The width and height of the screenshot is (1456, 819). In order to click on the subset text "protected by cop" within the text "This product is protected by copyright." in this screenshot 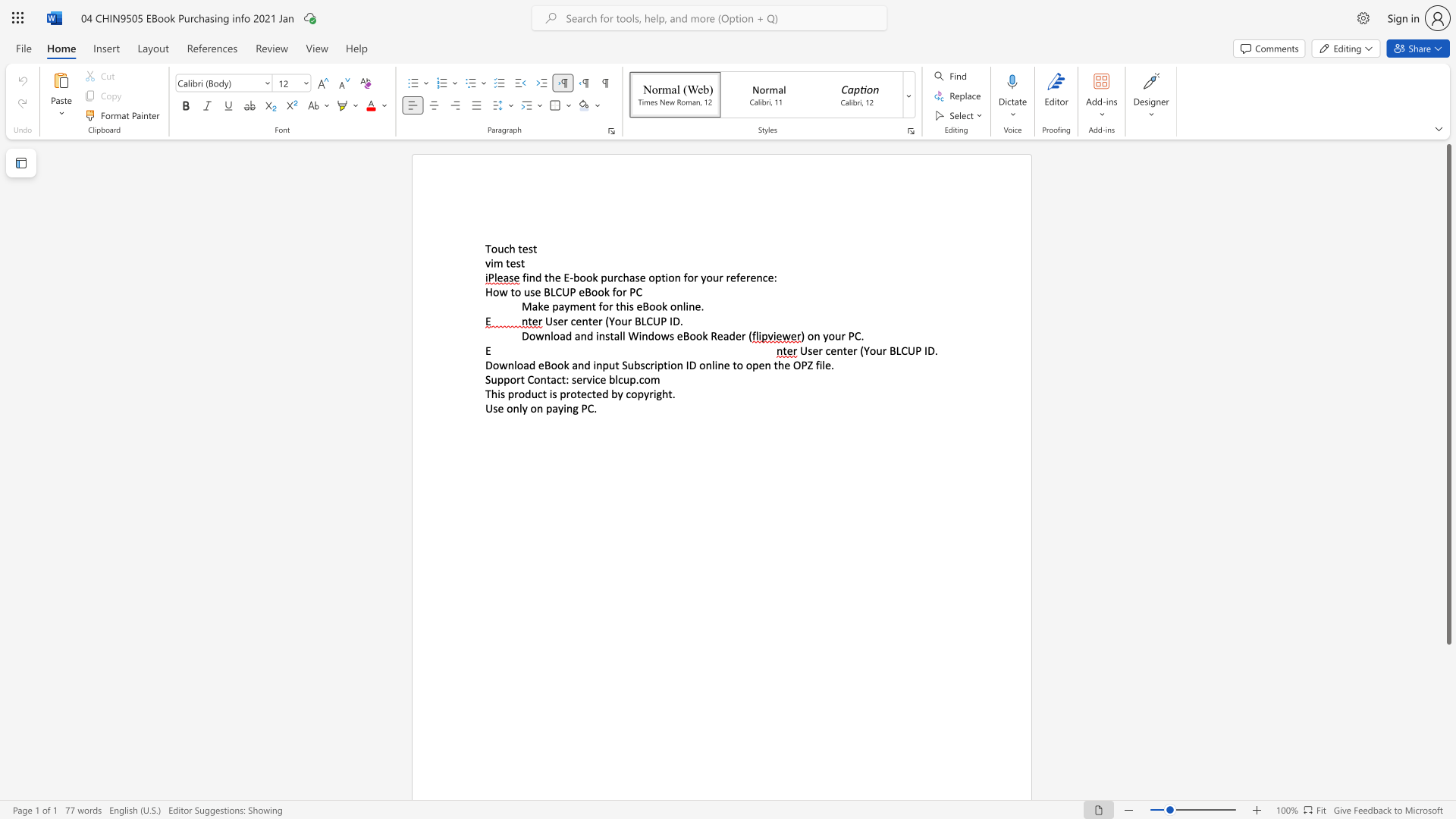, I will do `click(559, 393)`.